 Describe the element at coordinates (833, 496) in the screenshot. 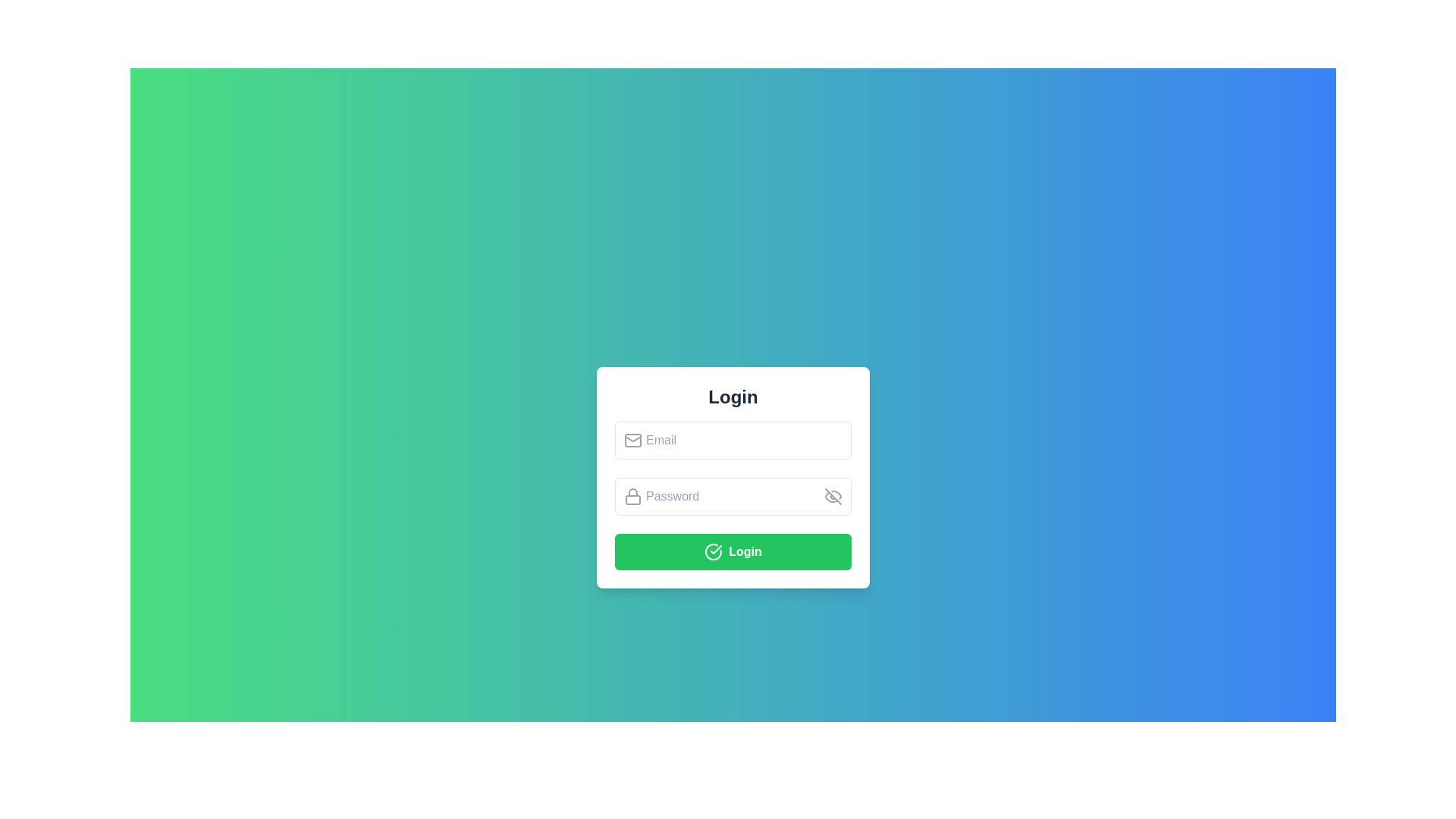

I see `the icon button located immediately to the right of the password input field` at that location.